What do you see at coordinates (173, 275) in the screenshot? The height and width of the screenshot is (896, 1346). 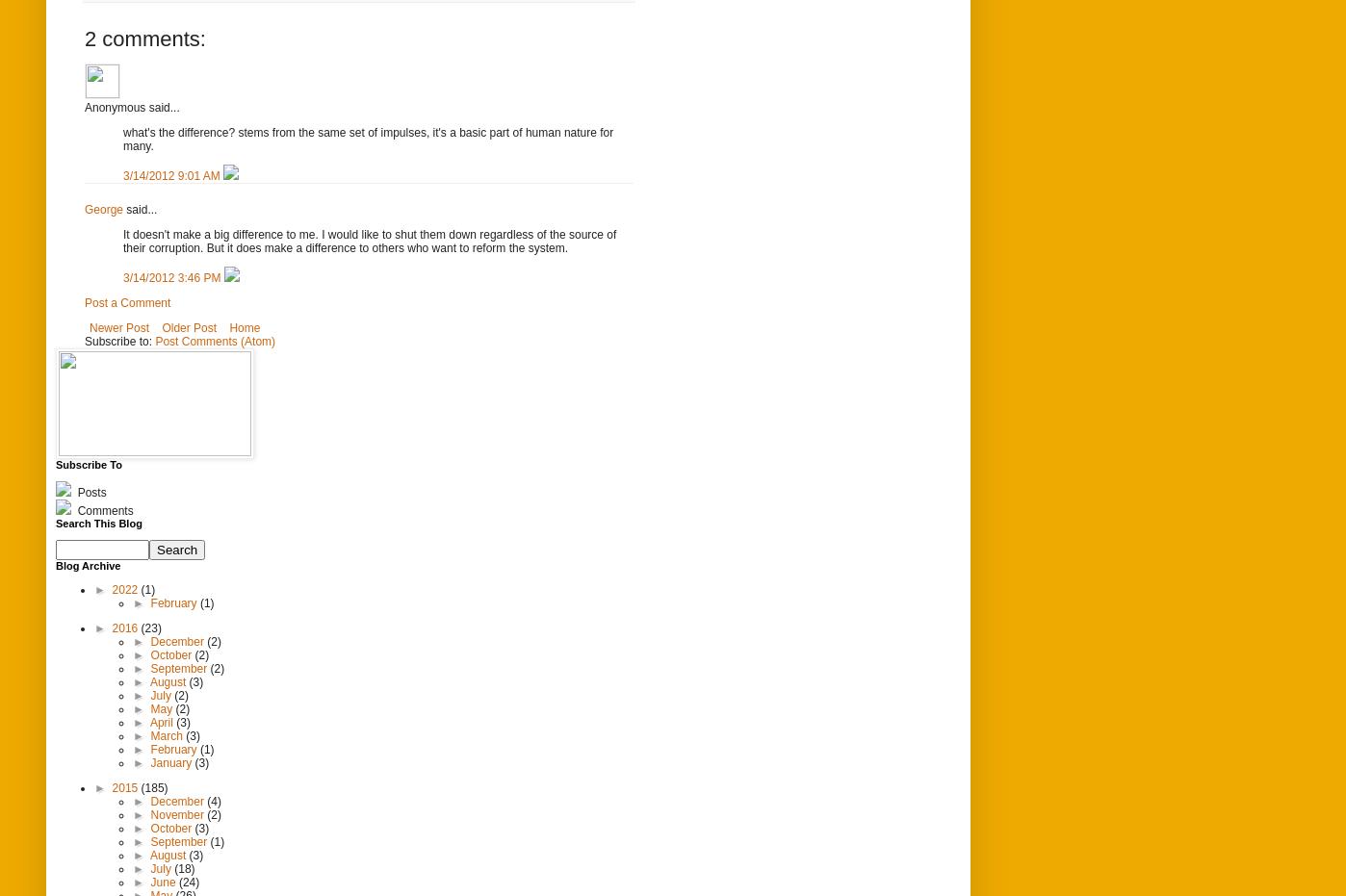 I see `'3/14/2012 3:46 PM'` at bounding box center [173, 275].